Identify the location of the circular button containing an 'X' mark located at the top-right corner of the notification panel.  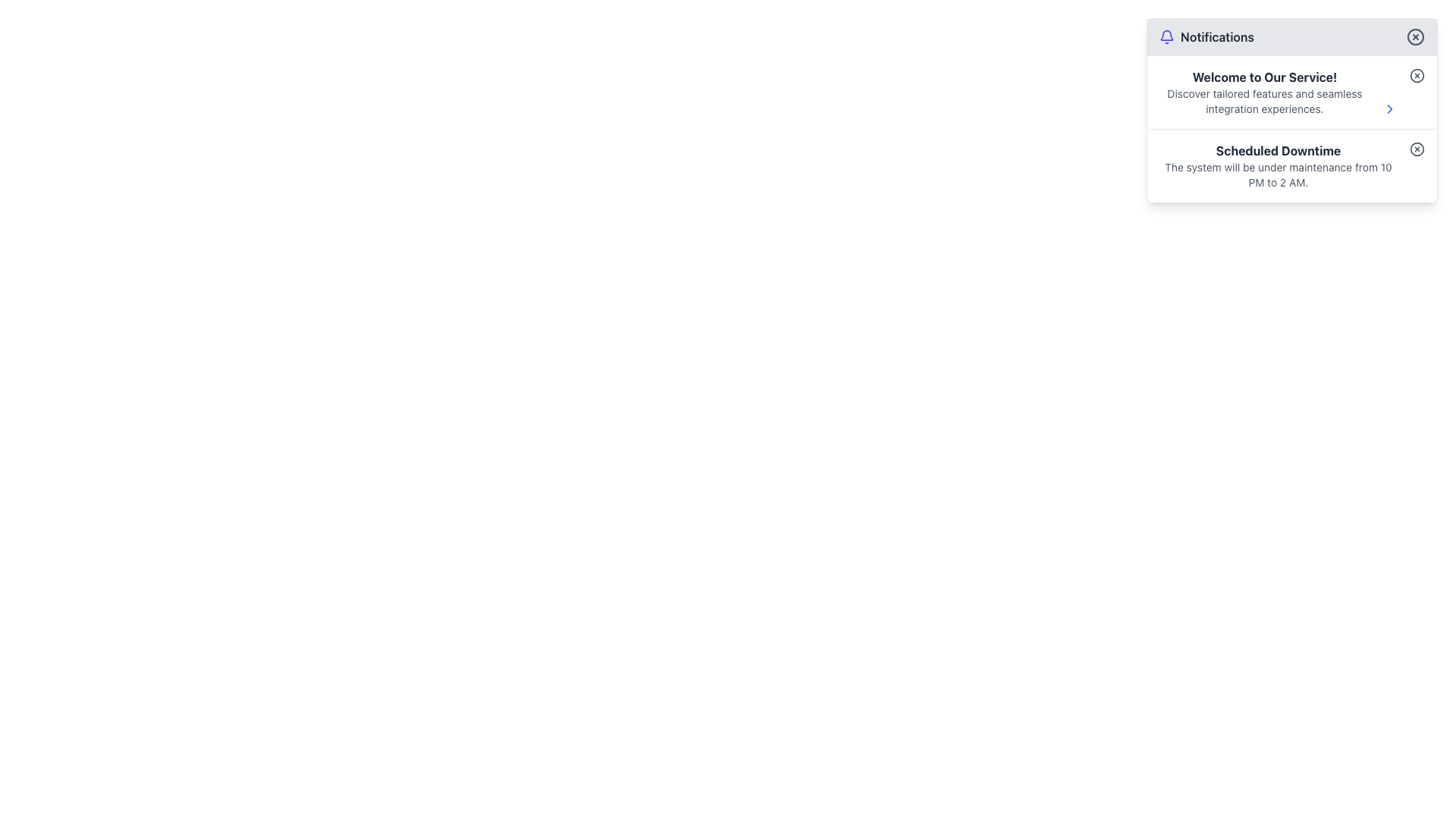
(1415, 36).